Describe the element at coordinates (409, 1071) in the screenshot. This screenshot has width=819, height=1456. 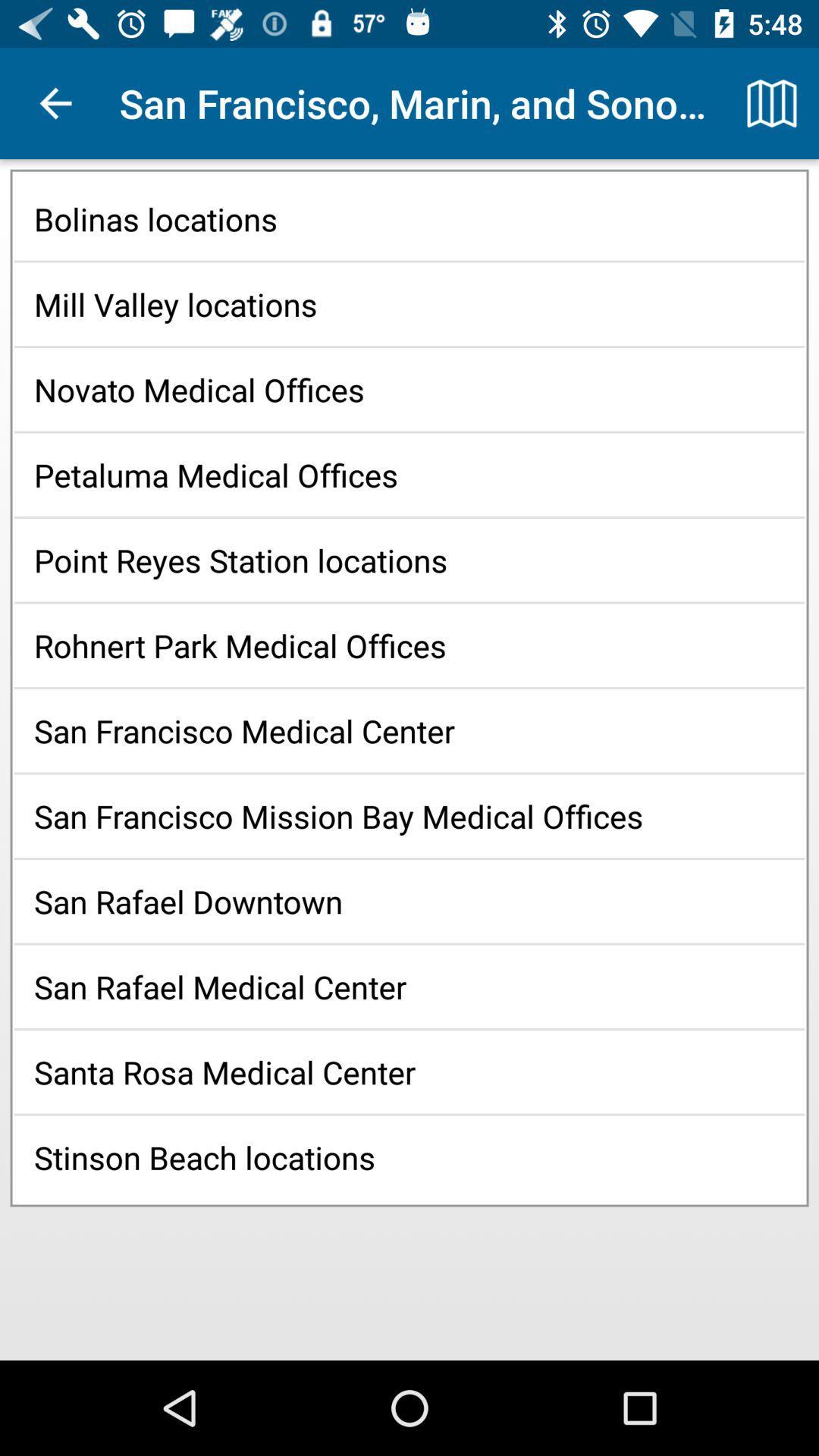
I see `icon above stinson beach locations item` at that location.